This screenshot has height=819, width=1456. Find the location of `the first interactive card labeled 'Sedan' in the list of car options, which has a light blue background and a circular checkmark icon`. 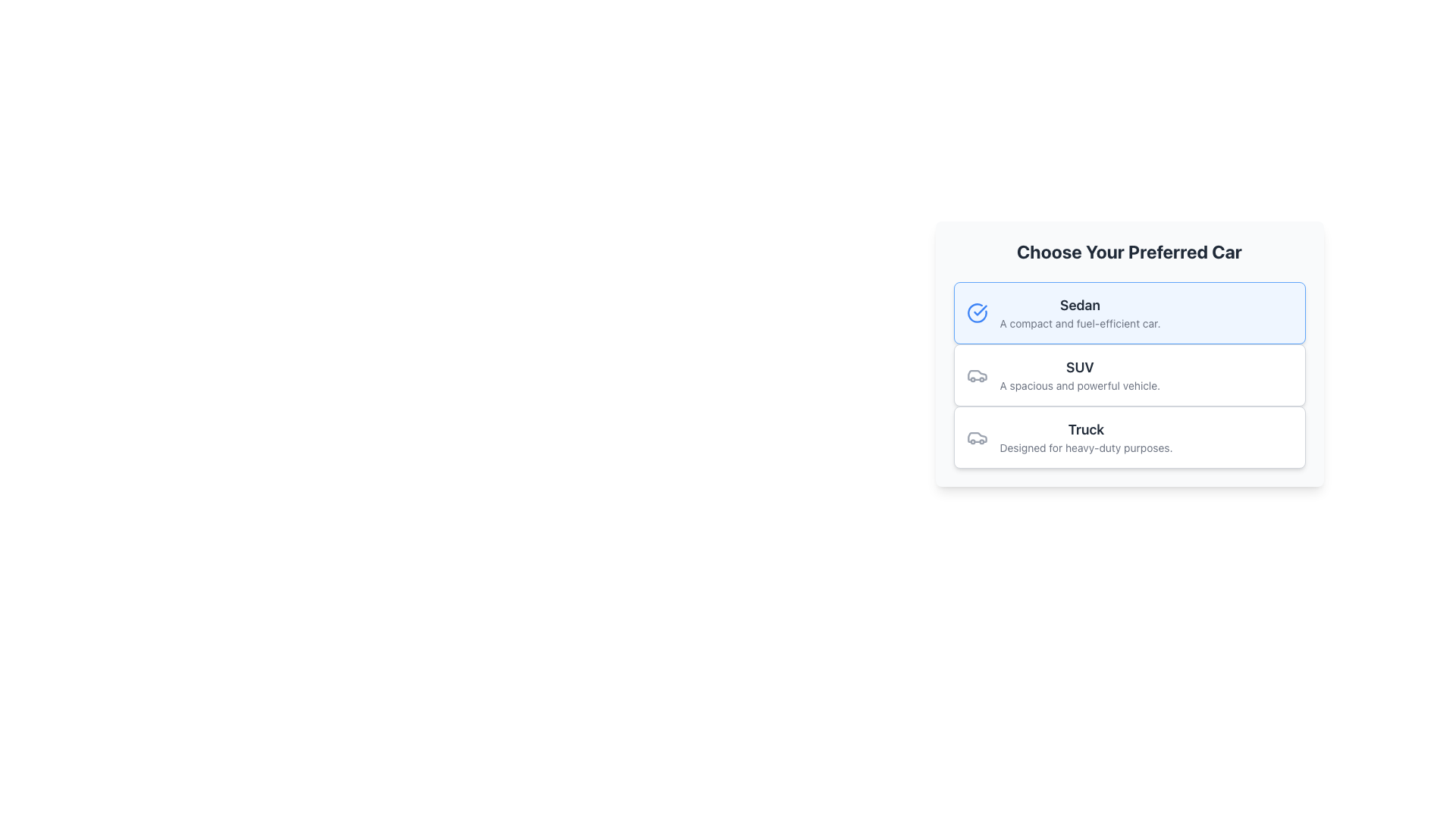

the first interactive card labeled 'Sedan' in the list of car options, which has a light blue background and a circular checkmark icon is located at coordinates (1129, 312).